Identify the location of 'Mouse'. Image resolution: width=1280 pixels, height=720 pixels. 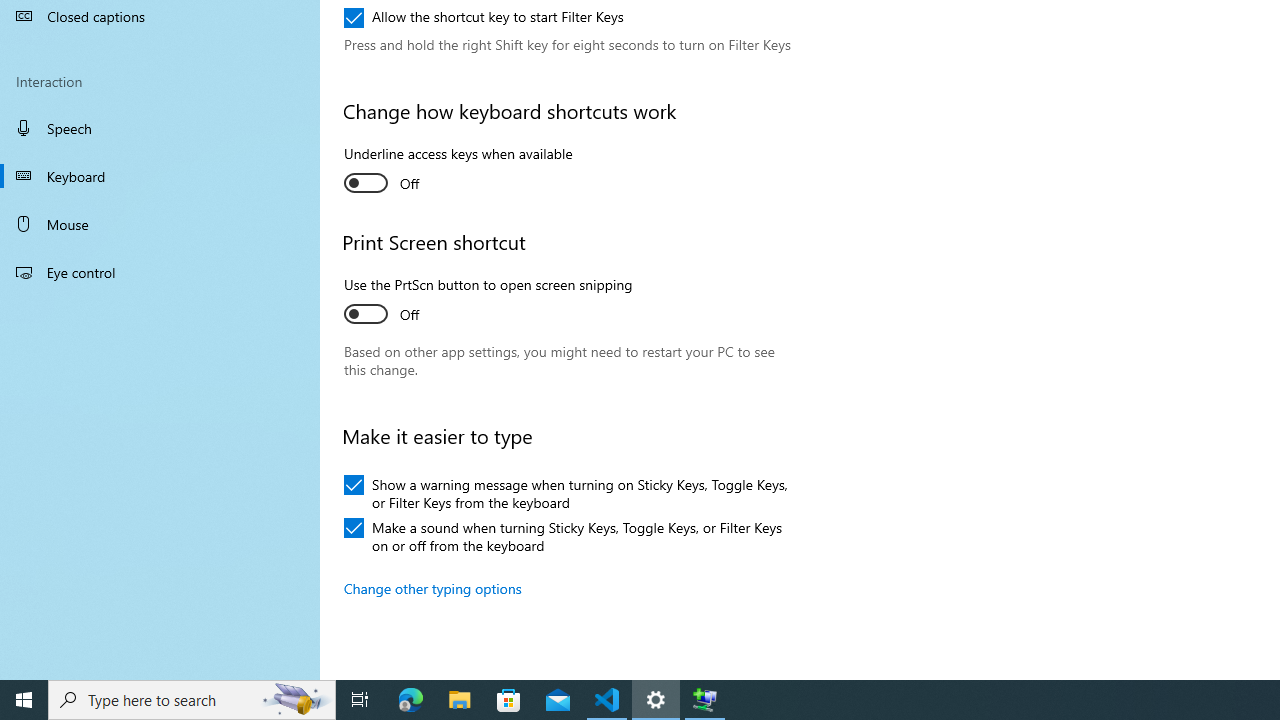
(160, 223).